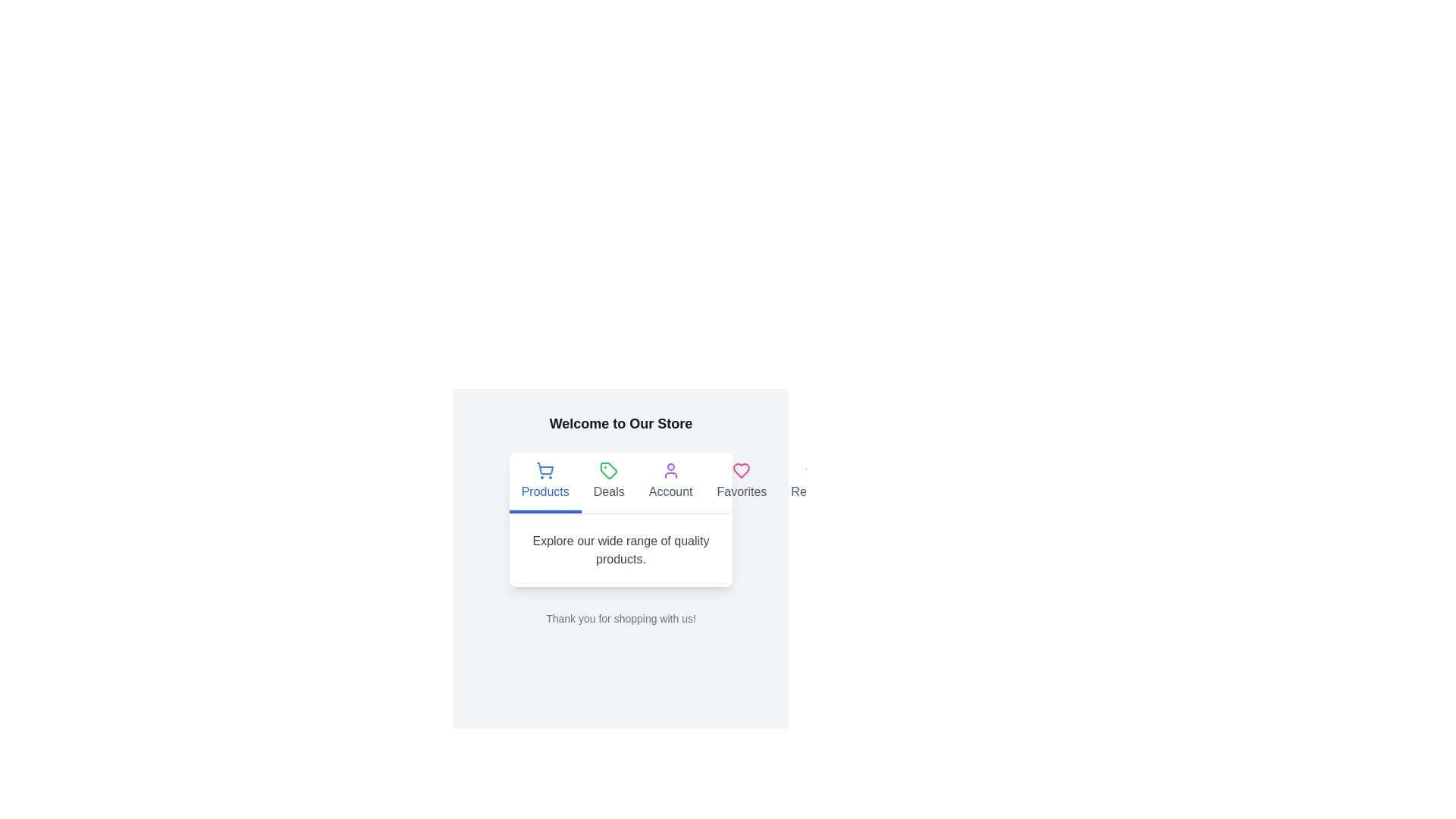 This screenshot has height=819, width=1456. What do you see at coordinates (608, 470) in the screenshot?
I see `the navigation icon for the 'Deals' section, which is the second icon from the left in the navigation area` at bounding box center [608, 470].